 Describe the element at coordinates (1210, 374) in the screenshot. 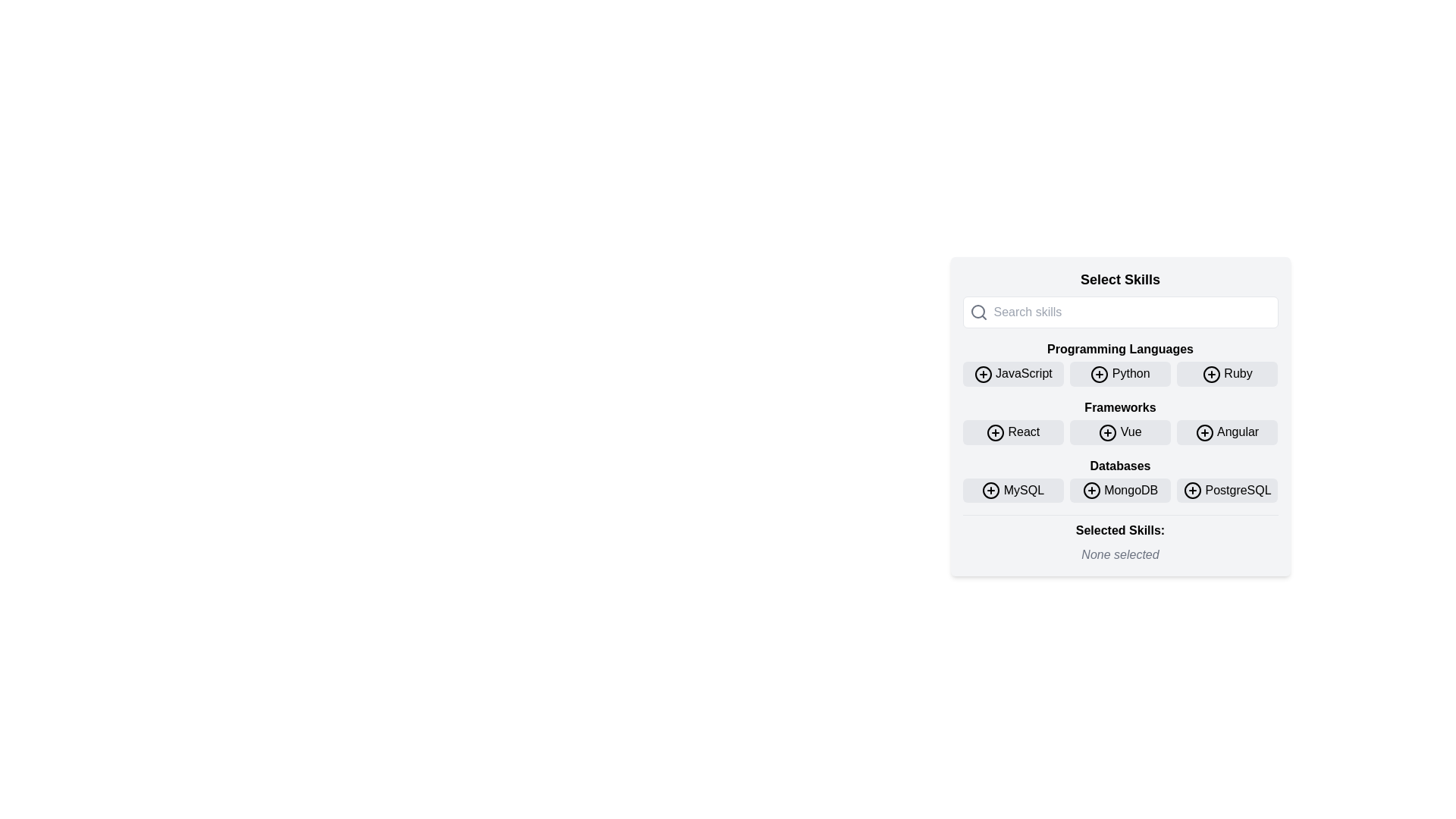

I see `the visual state of the SVG circular shape within the 'Ruby' button, which is the third option in the 'Programming Languages' section` at that location.